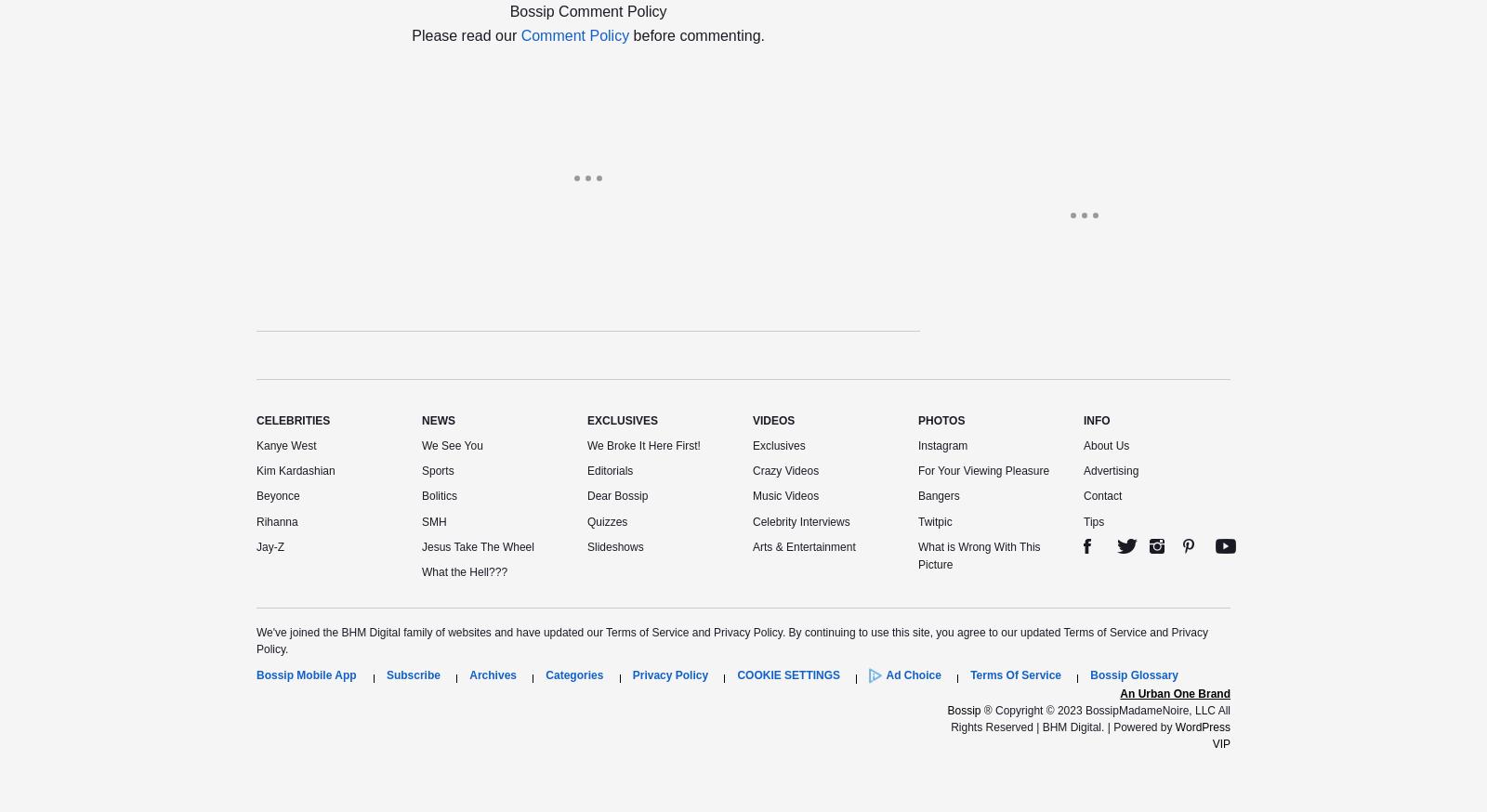 The width and height of the screenshot is (1487, 812). What do you see at coordinates (293, 419) in the screenshot?
I see `'Celebrities'` at bounding box center [293, 419].